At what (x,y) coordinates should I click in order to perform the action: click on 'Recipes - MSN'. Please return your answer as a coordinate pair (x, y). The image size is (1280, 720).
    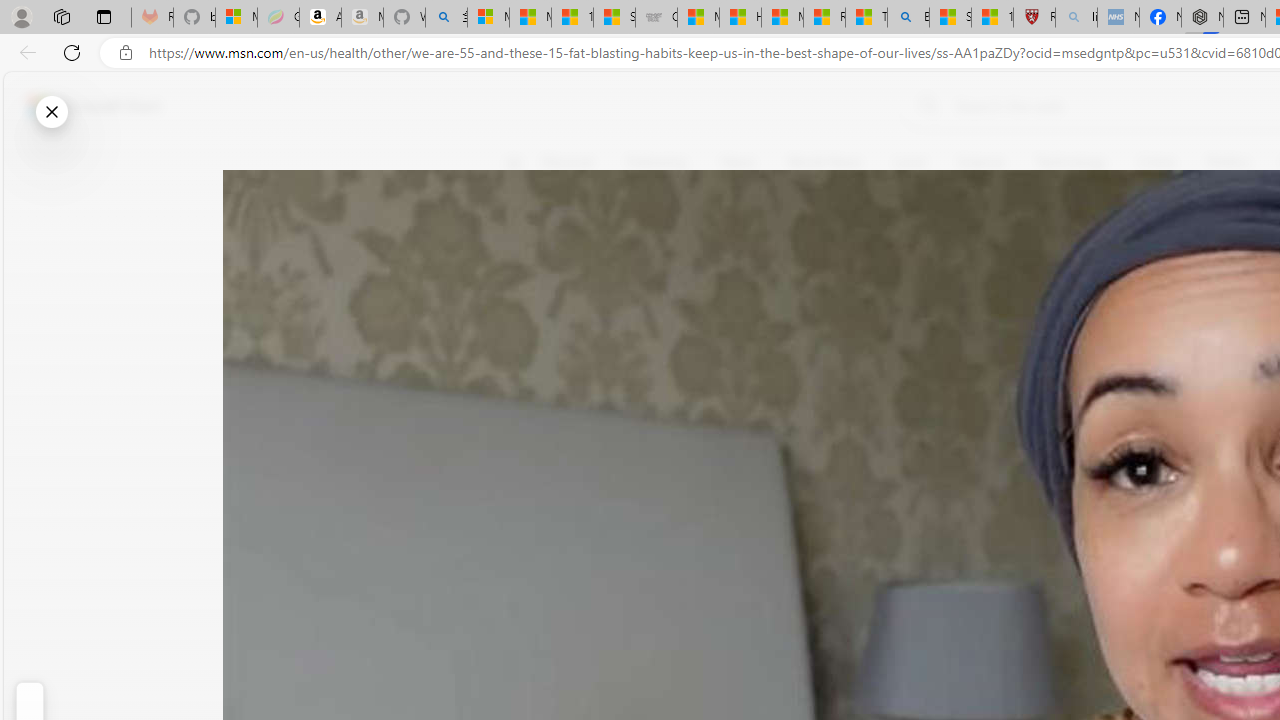
    Looking at the image, I should click on (824, 17).